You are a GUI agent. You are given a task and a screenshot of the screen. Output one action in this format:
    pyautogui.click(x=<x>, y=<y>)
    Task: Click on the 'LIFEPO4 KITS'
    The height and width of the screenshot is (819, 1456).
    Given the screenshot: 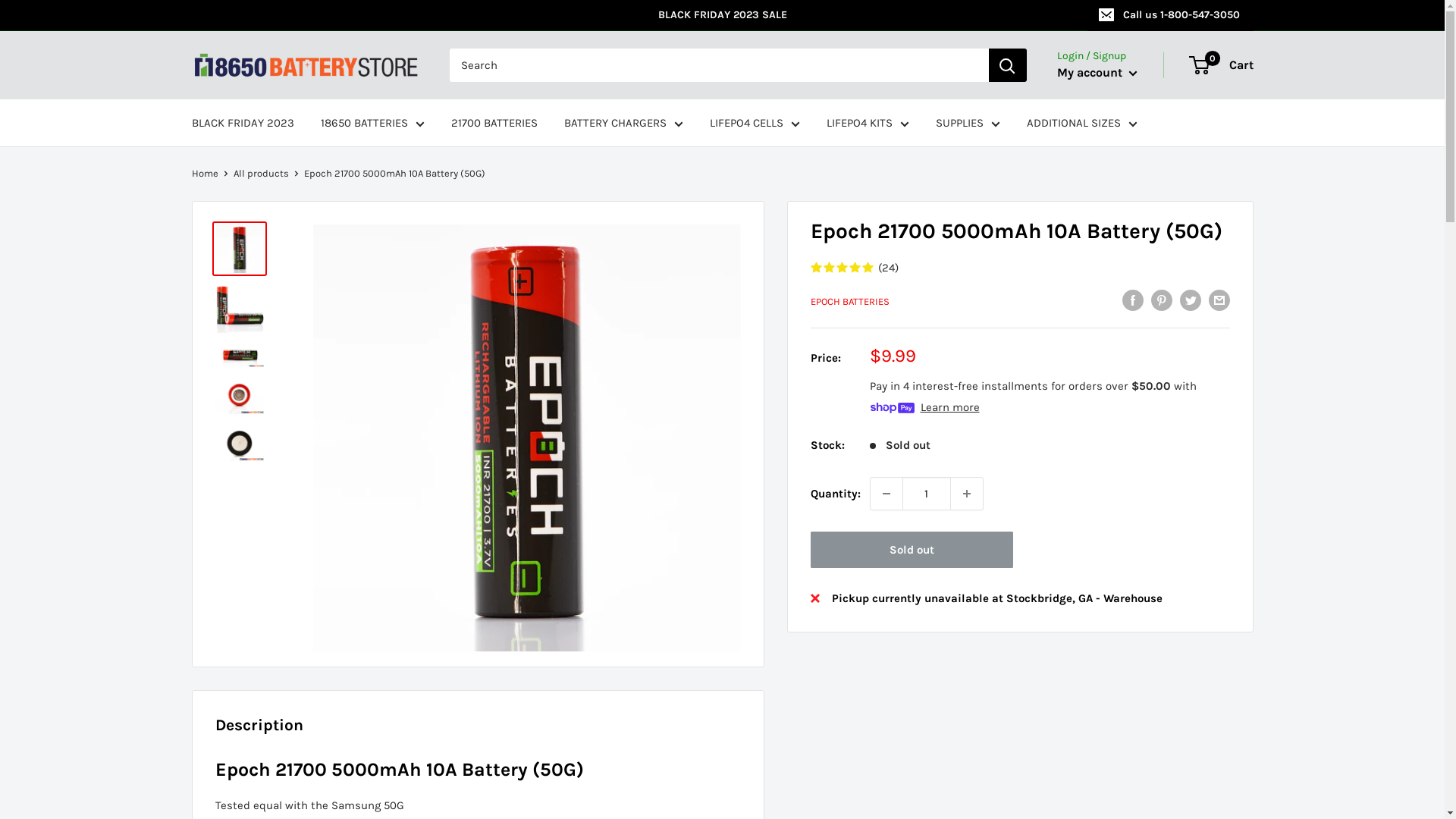 What is the action you would take?
    pyautogui.click(x=825, y=122)
    